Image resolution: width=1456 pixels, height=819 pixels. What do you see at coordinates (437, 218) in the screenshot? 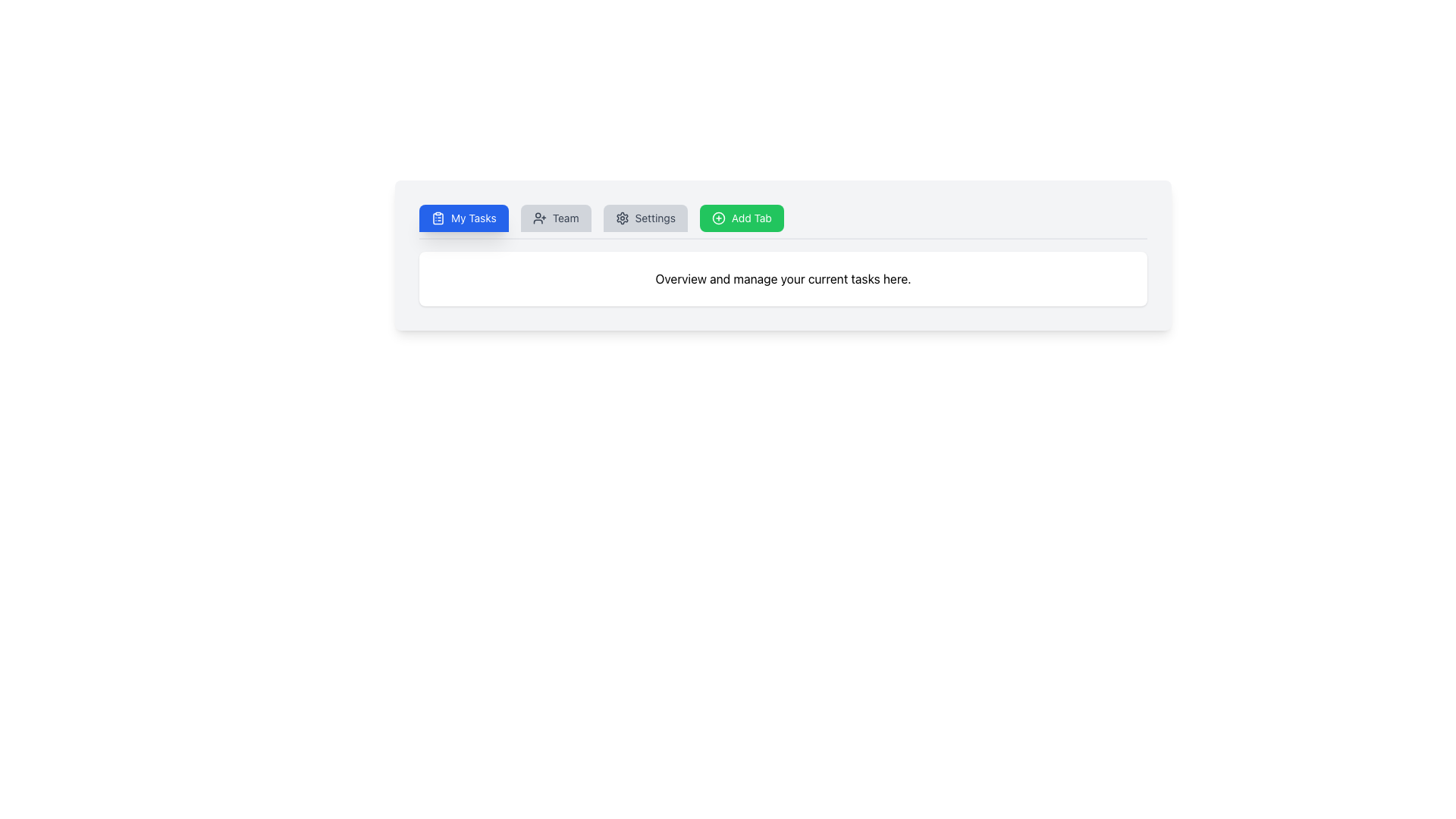
I see `the clipboard icon located within the blue button labeled 'My Tasks' in the top toolbar` at bounding box center [437, 218].